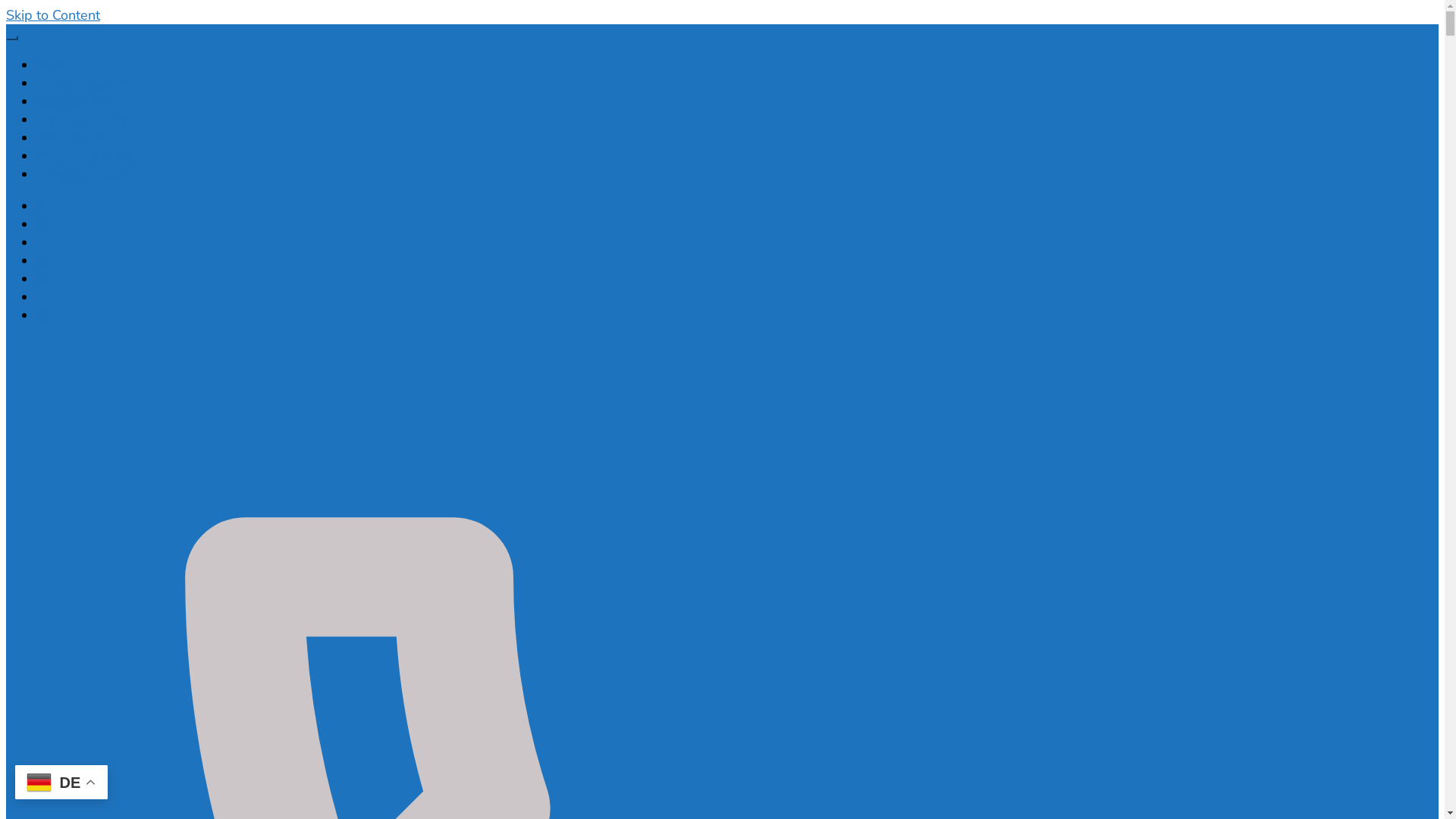 This screenshot has width=1456, height=819. What do you see at coordinates (36, 83) in the screenshot?
I see `'Termin Buchen'` at bounding box center [36, 83].